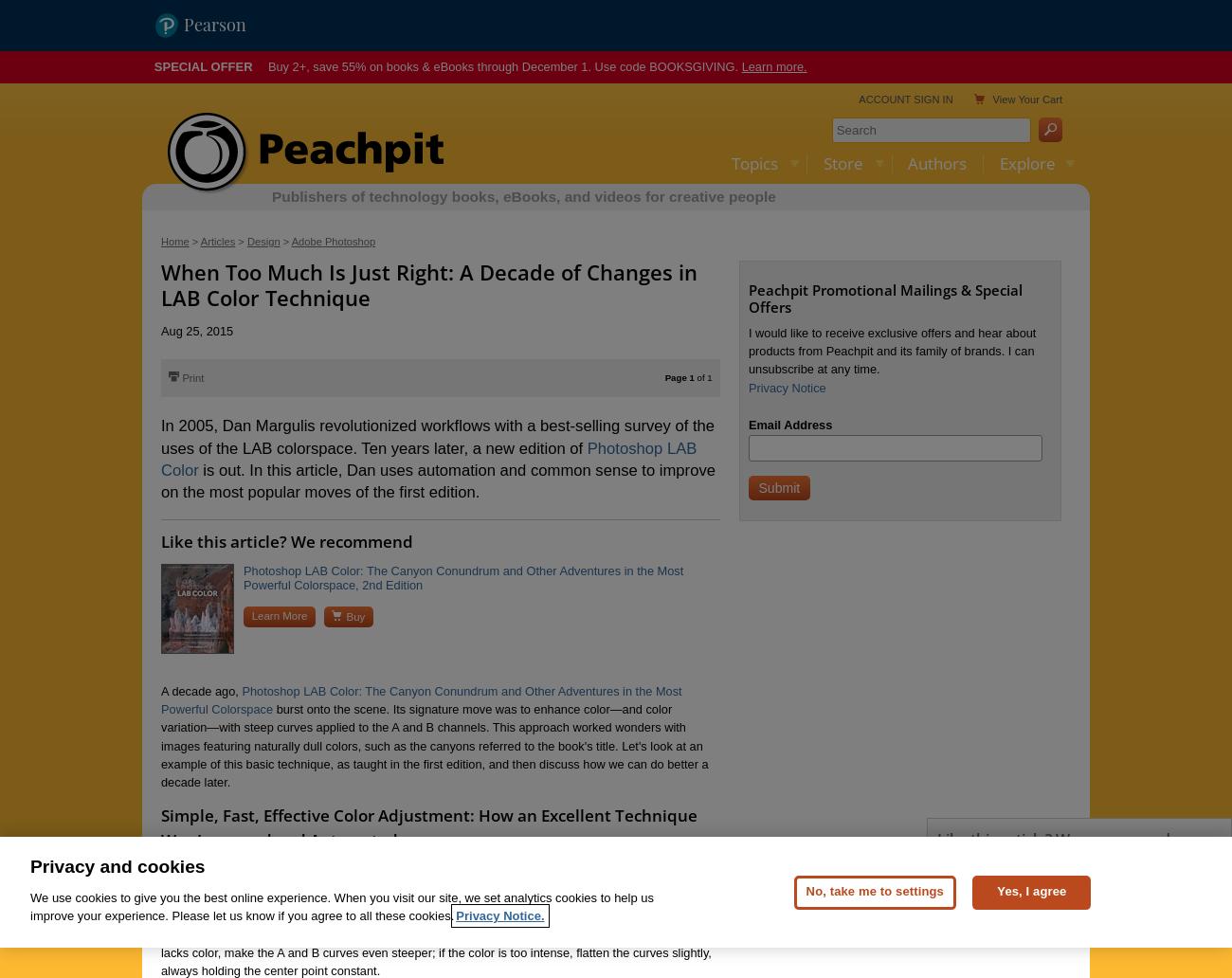 This screenshot has width=1232, height=978. I want to click on 'I would like to receive exclusive offers and hear about products from Peachpit and its family of brands. I can unsubscribe at any time.', so click(891, 351).